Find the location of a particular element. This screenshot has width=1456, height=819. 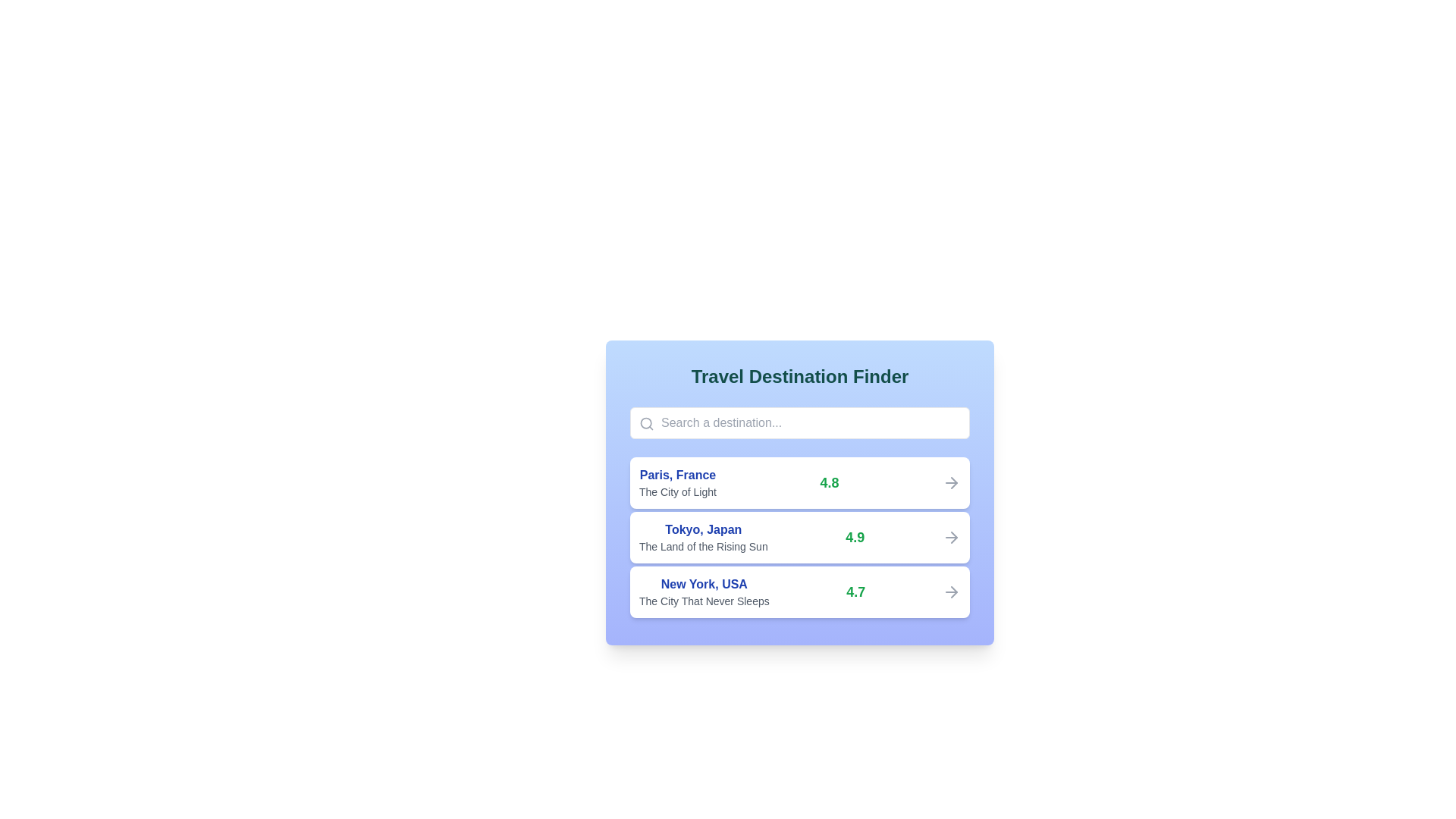

the text element displaying the rating '4.7' in bold green font, which is aligned to the right of the destination title 'New York, USA.' is located at coordinates (855, 591).